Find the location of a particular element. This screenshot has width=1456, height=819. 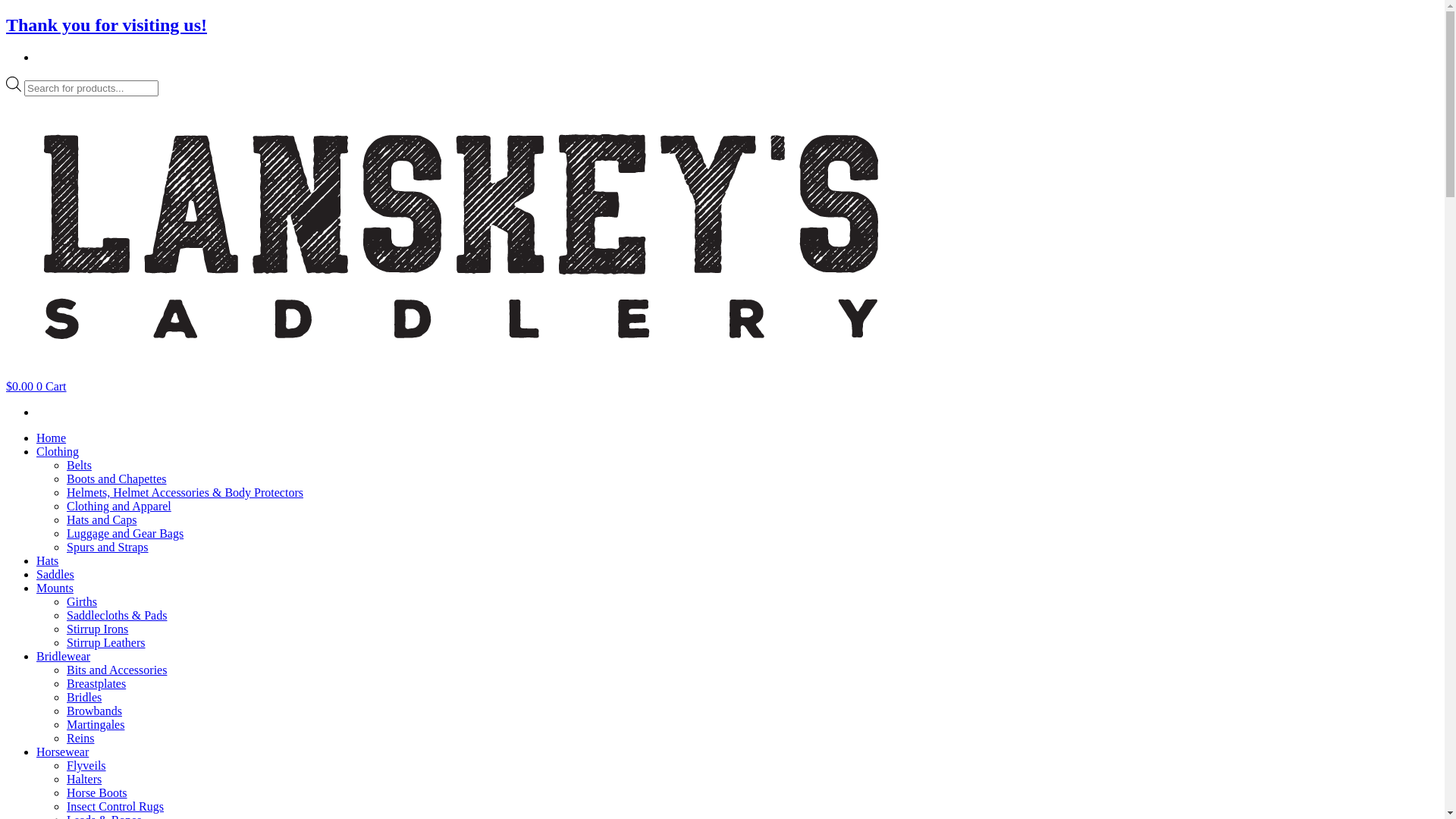

'Stirrup Leathers' is located at coordinates (105, 642).